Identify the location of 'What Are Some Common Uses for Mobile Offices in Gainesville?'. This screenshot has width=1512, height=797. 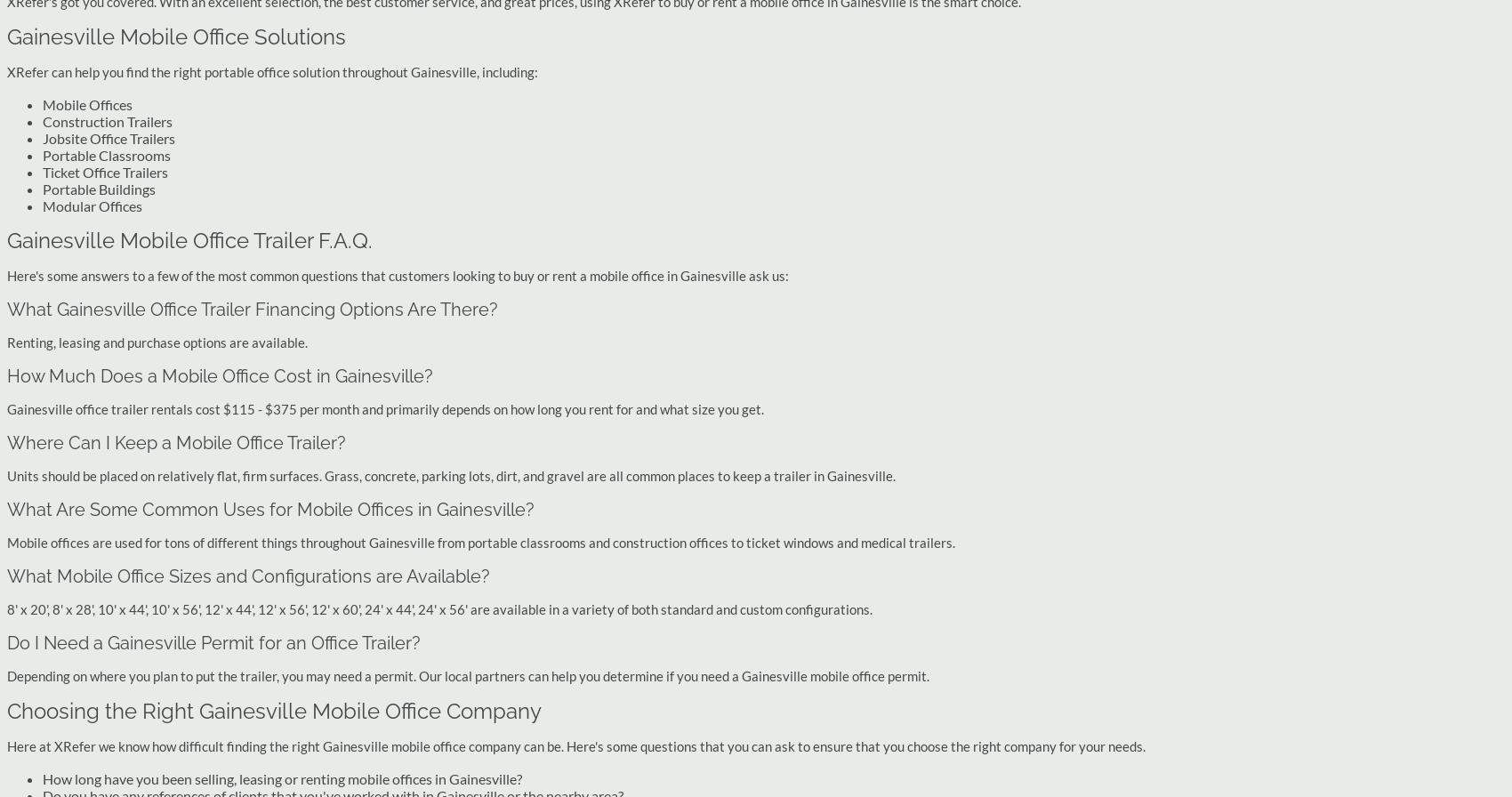
(270, 509).